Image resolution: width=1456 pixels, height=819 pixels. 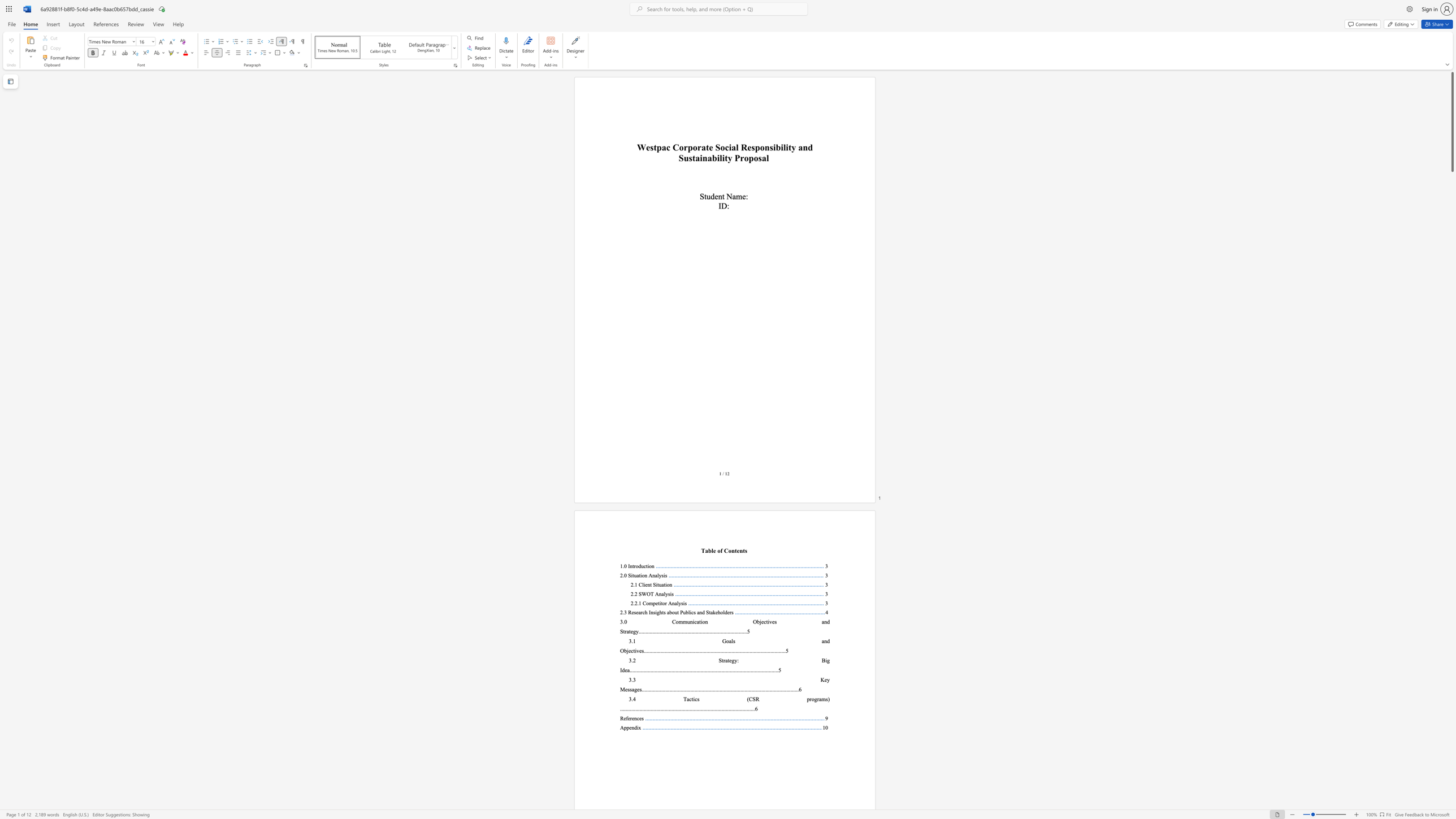 I want to click on the 1th character "K" in the text, so click(x=822, y=680).